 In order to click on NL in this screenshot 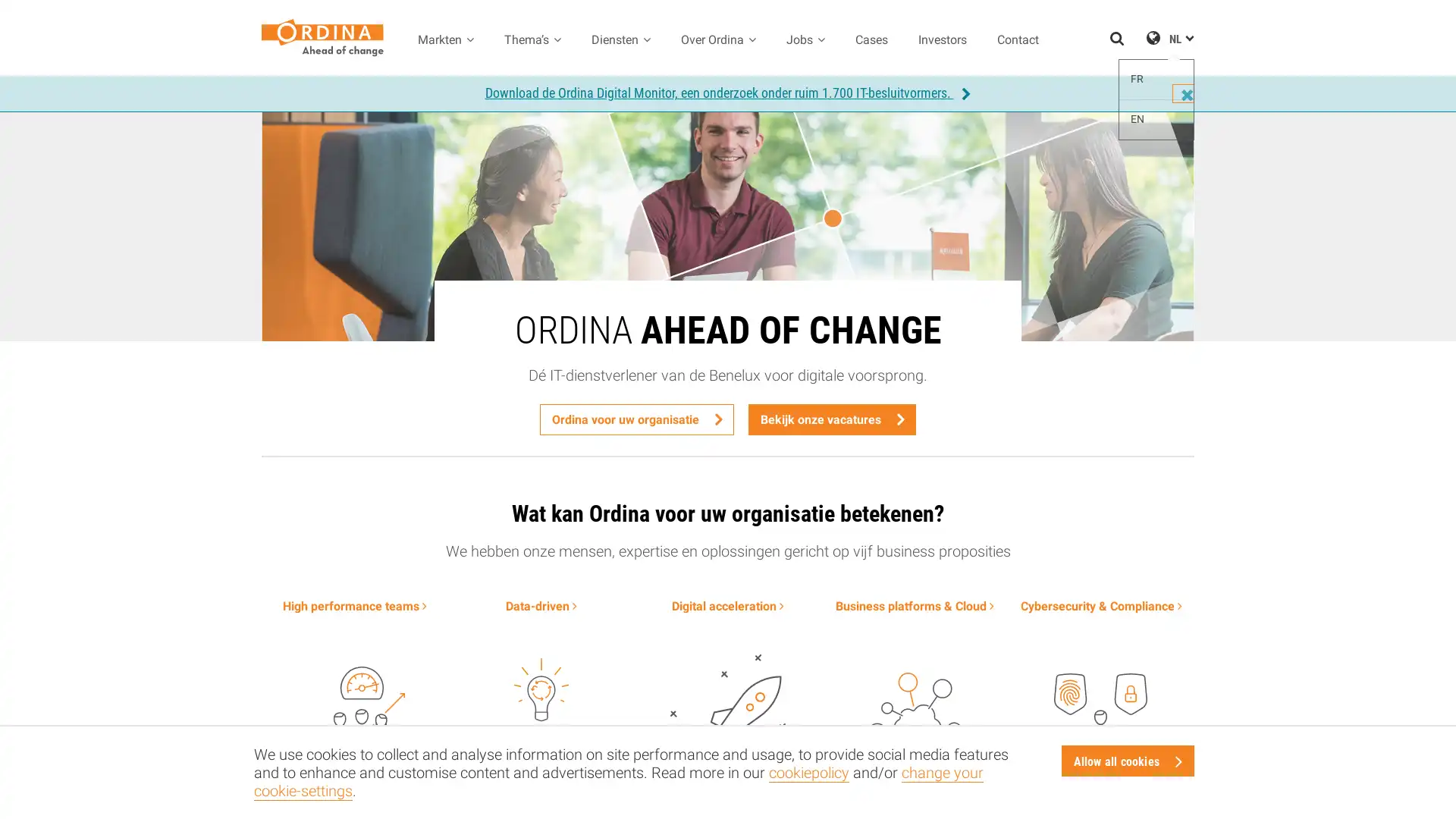, I will do `click(1169, 37)`.